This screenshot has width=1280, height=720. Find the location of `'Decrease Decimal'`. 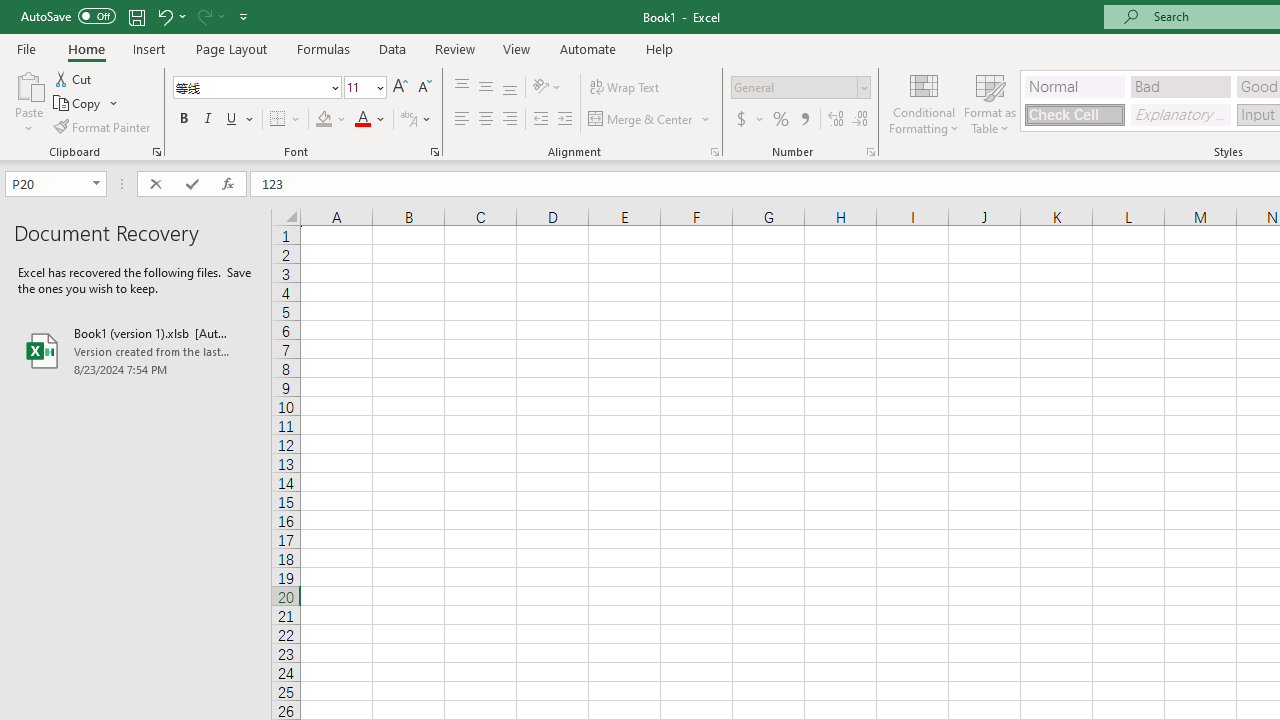

'Decrease Decimal' is located at coordinates (859, 119).